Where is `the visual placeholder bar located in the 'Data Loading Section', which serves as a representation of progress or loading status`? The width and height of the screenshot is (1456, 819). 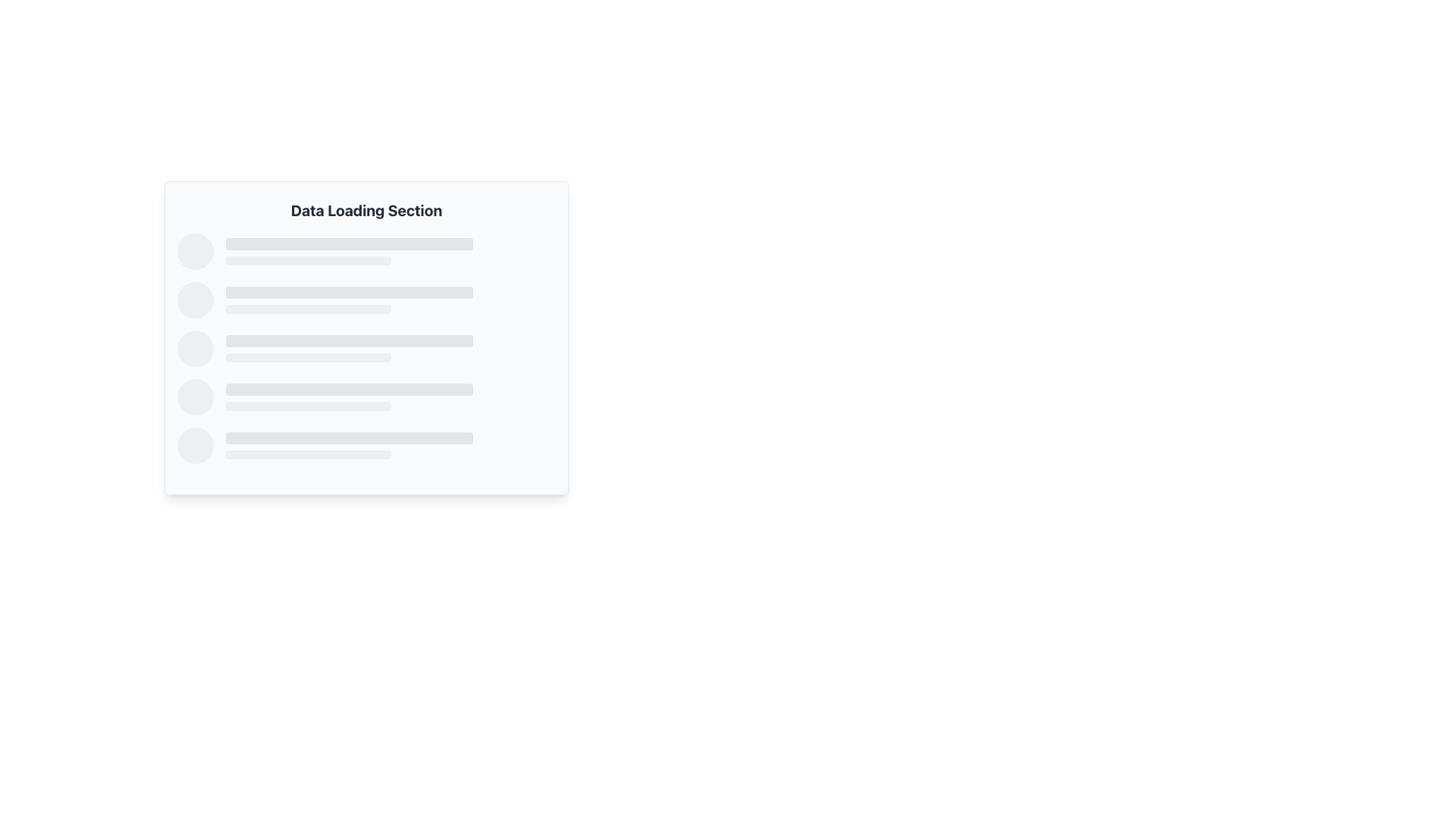
the visual placeholder bar located in the 'Data Loading Section', which serves as a representation of progress or loading status is located at coordinates (349, 438).